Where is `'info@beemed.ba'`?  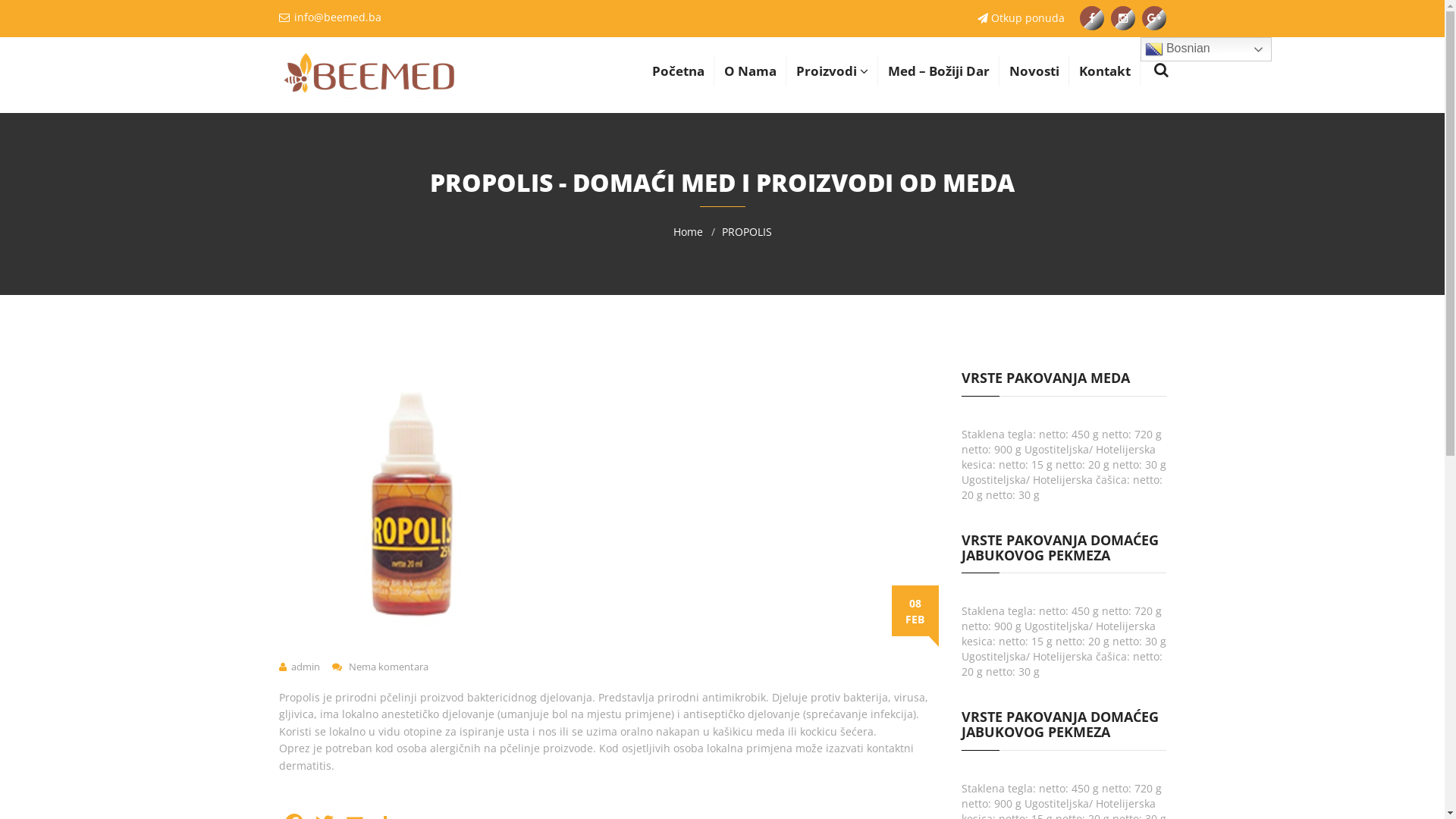
'info@beemed.ba' is located at coordinates (279, 17).